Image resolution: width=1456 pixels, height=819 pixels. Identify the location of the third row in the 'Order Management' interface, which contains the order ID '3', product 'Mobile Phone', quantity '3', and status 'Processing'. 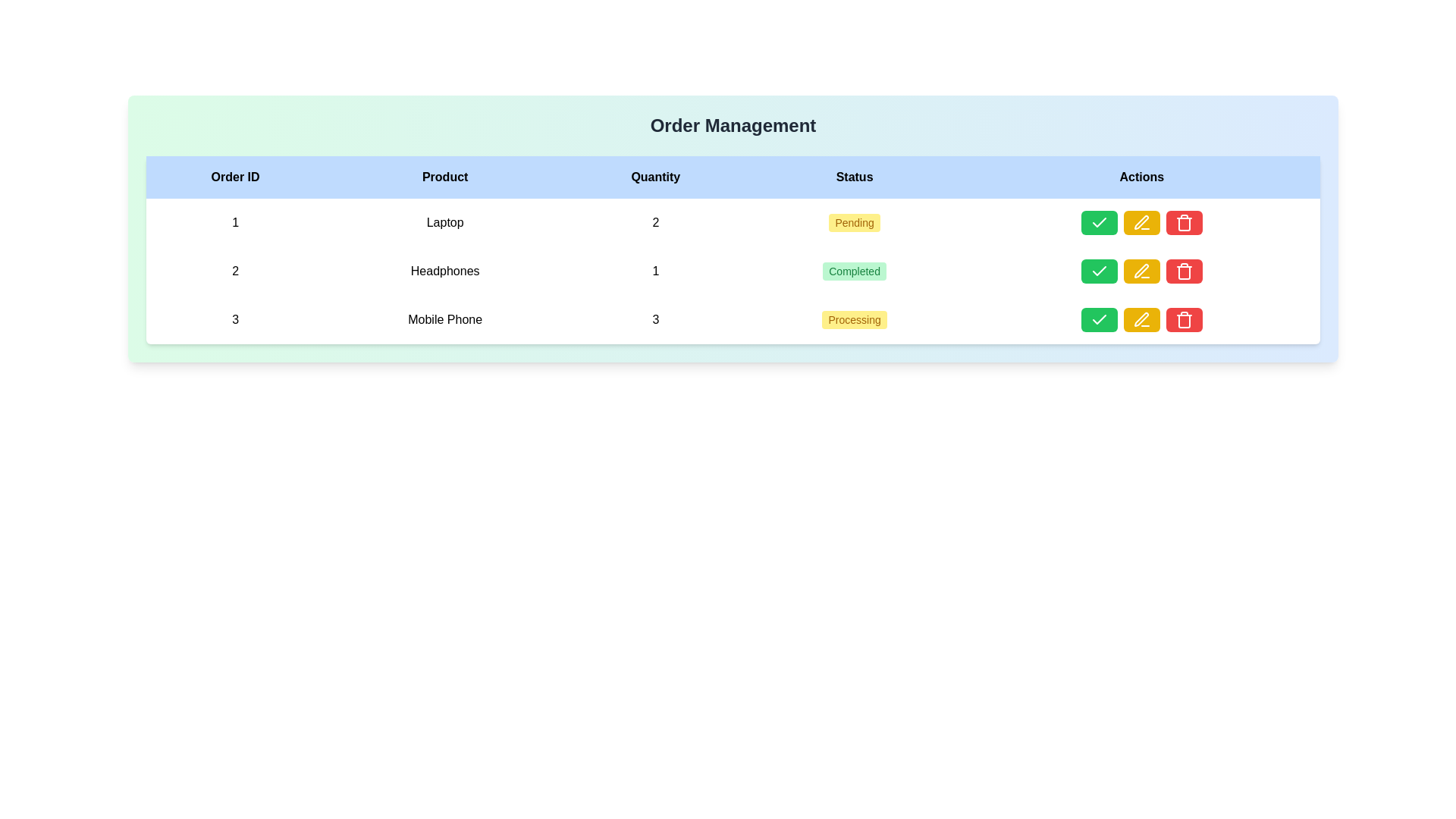
(733, 318).